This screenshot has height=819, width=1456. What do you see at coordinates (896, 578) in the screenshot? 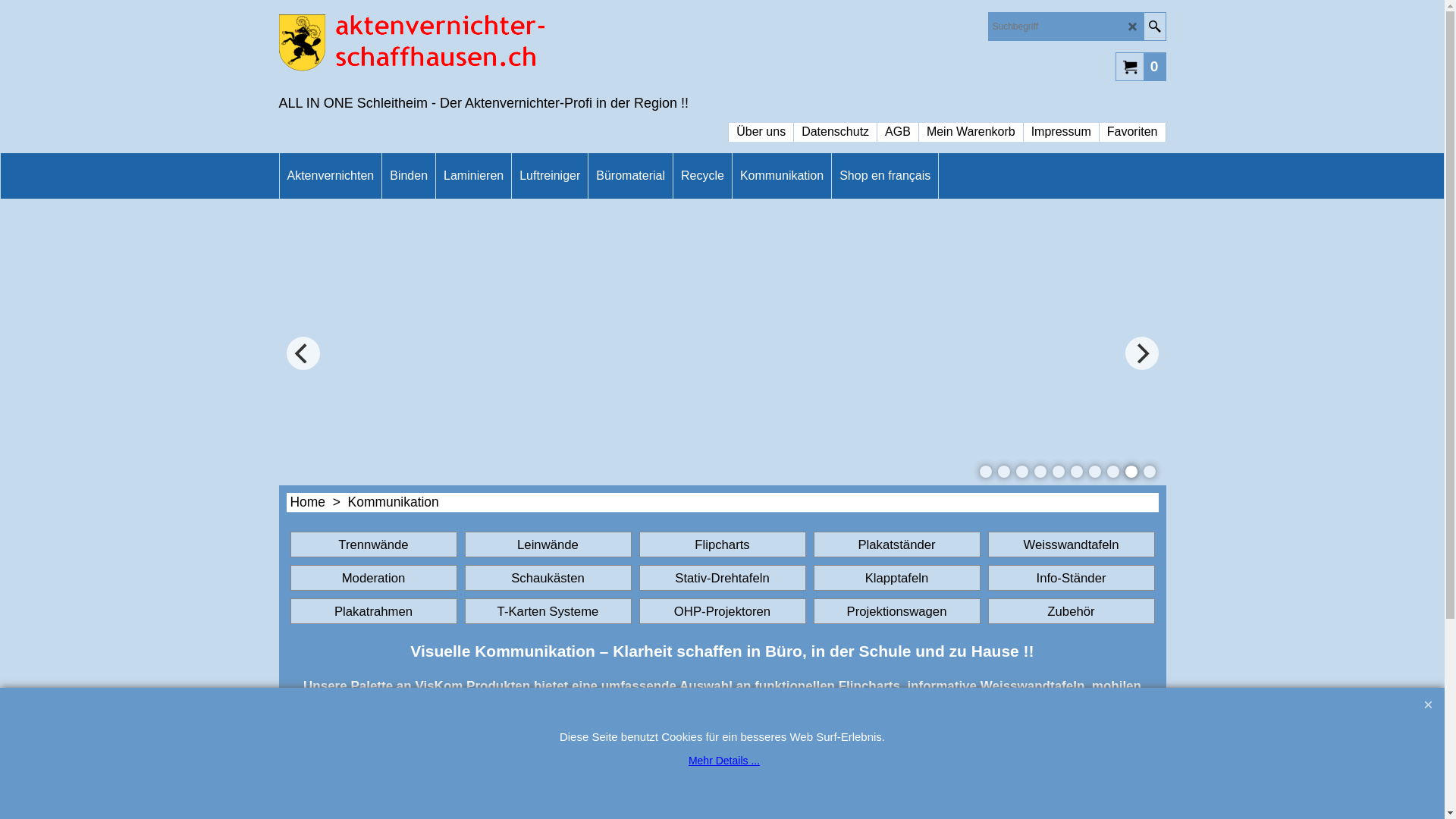
I see `'Klapptafeln'` at bounding box center [896, 578].